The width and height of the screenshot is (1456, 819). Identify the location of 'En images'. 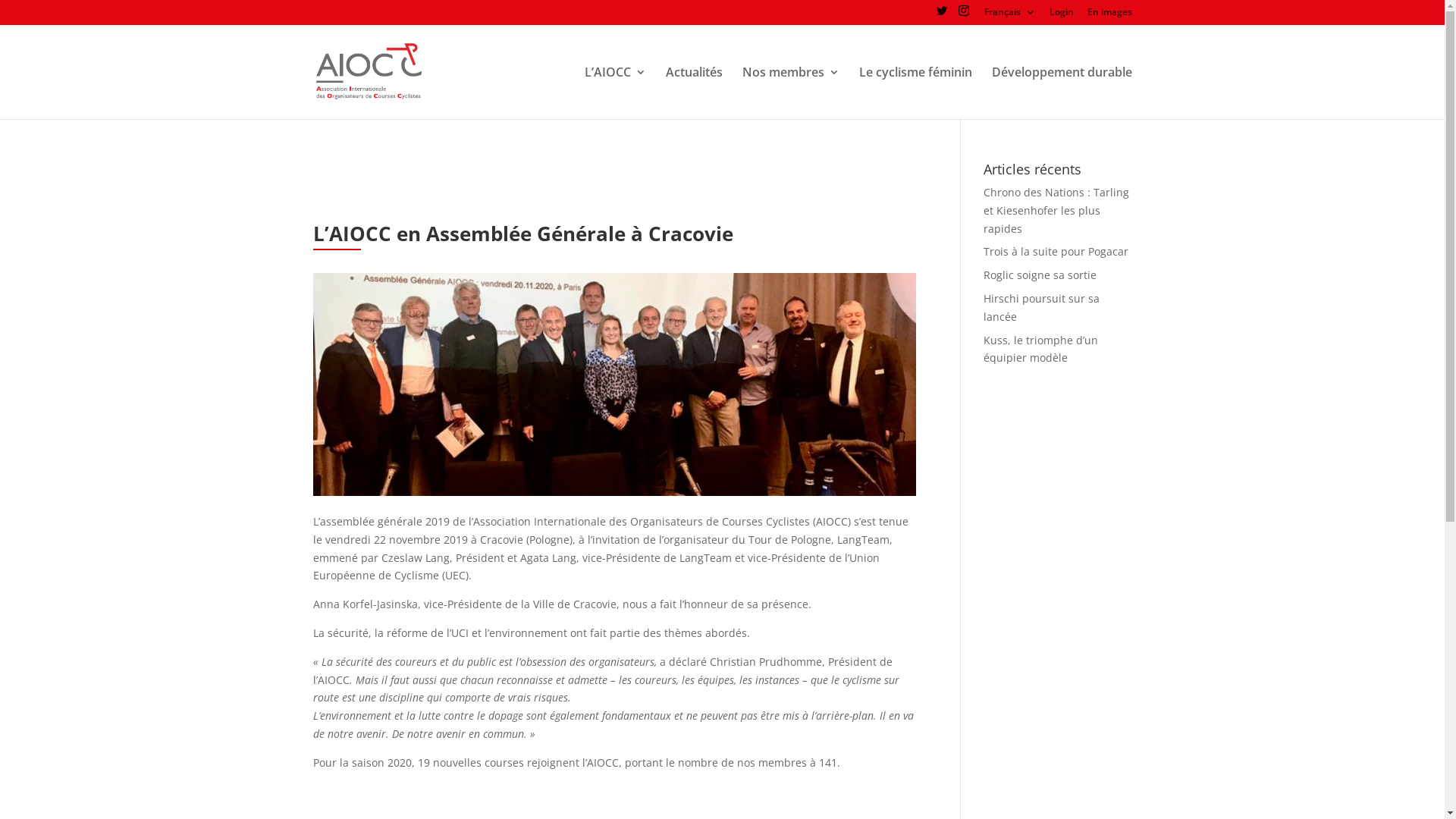
(1109, 15).